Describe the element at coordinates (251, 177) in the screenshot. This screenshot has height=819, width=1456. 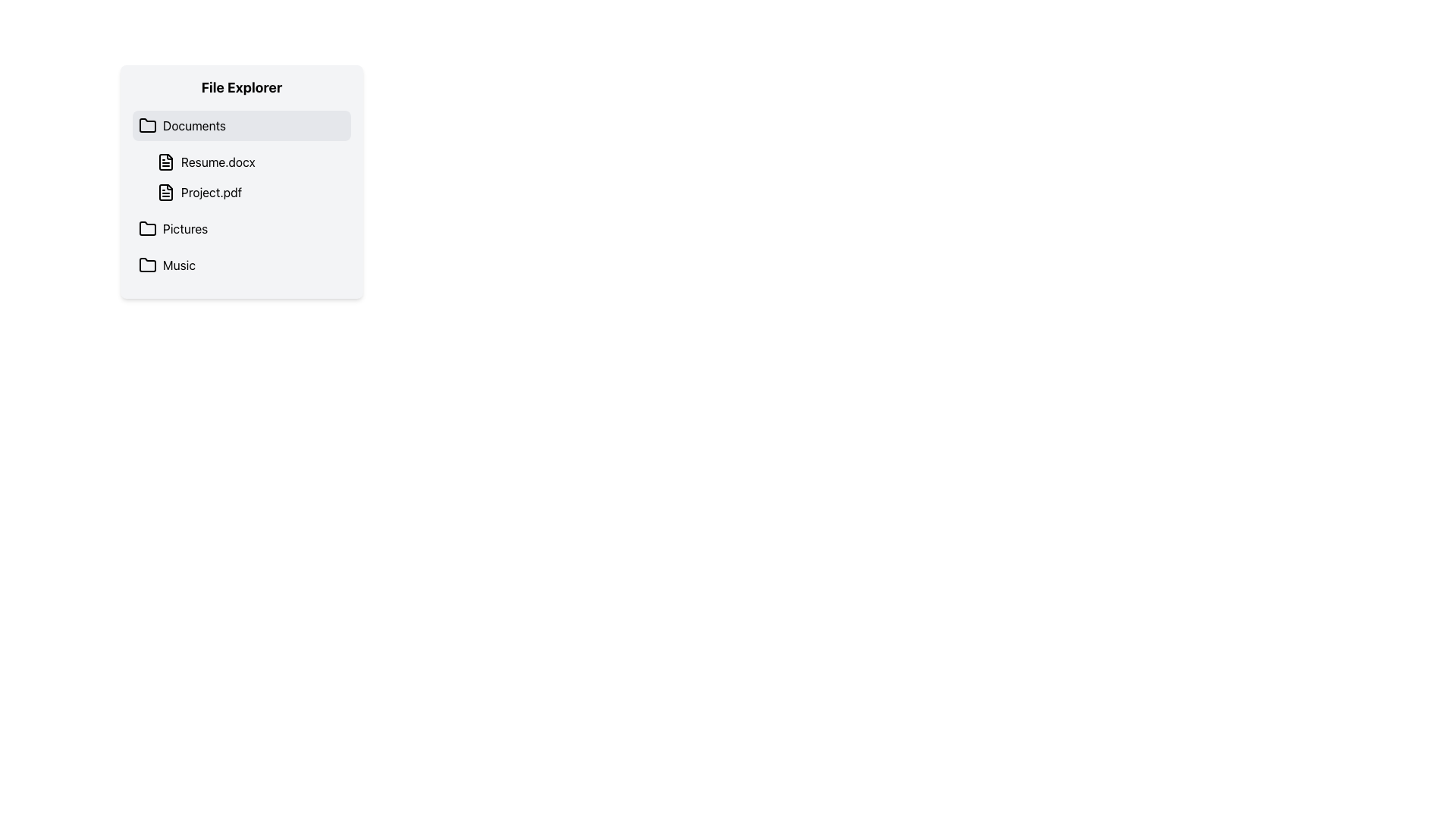
I see `the filename 'Resume.docx' in the Documents folder list item` at that location.